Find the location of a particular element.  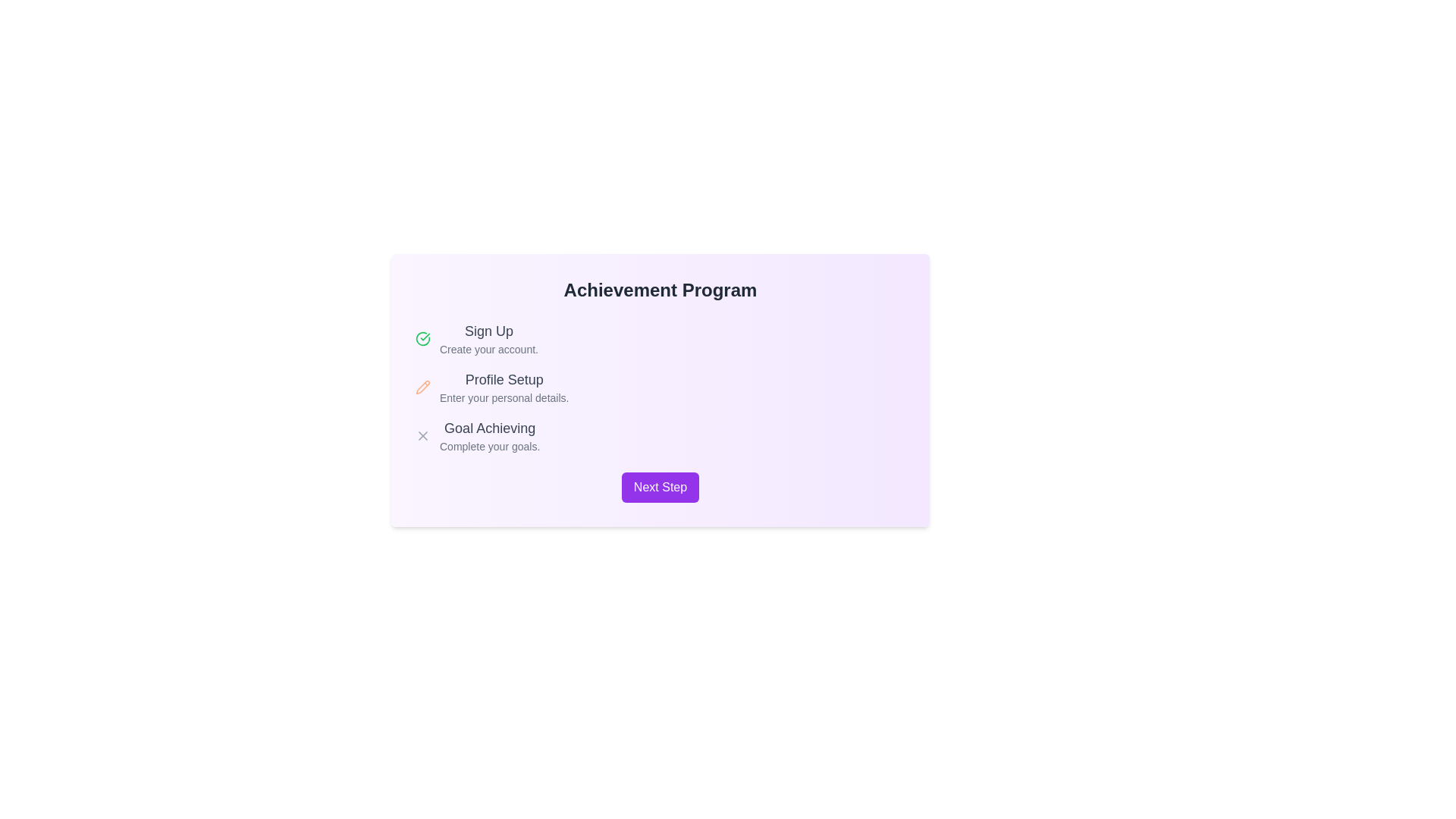

the static text label indicating the current or completed state within the 'Achievement Program' section, located above the text 'Create your account.' is located at coordinates (488, 330).